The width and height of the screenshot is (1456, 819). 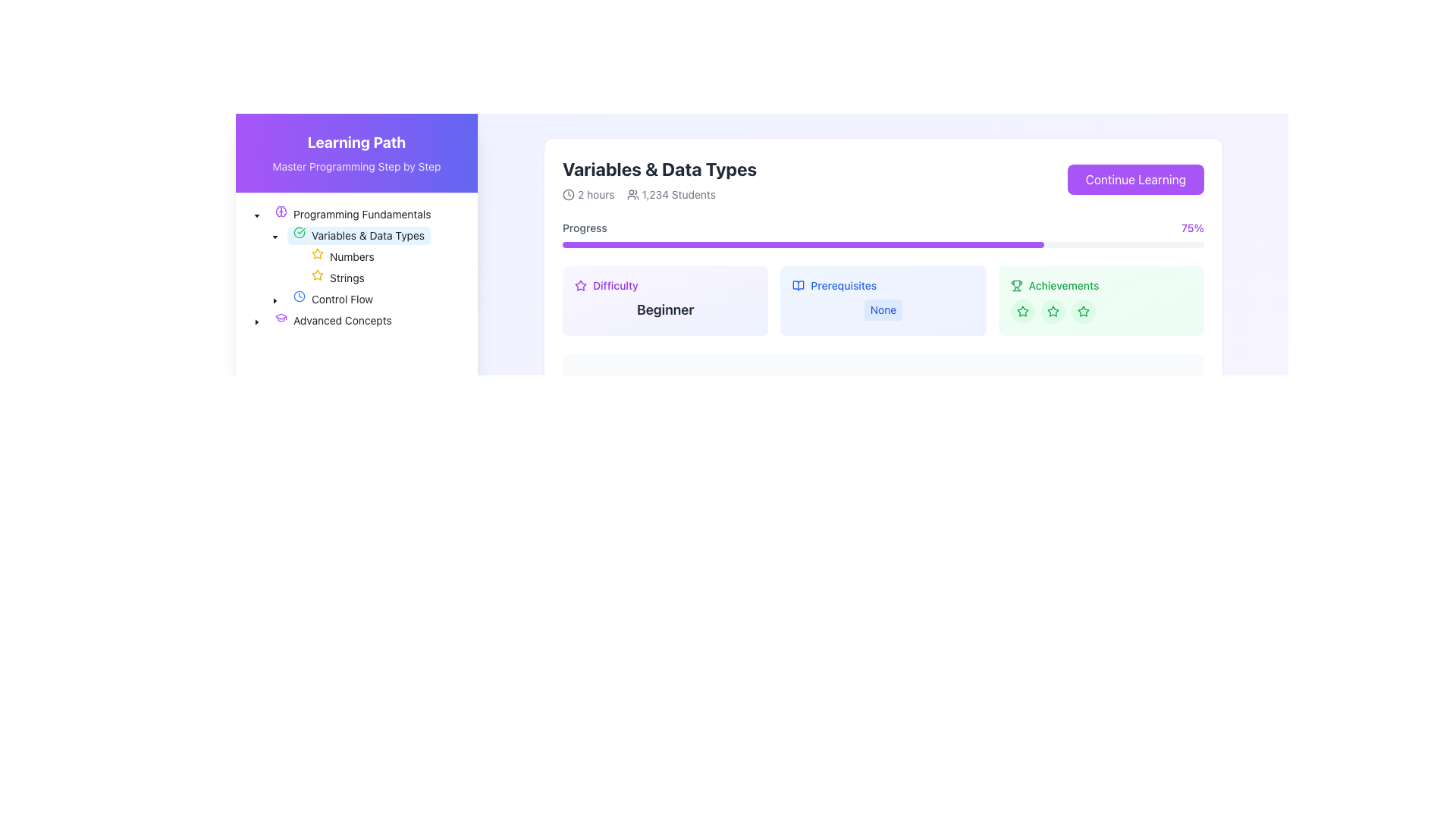 What do you see at coordinates (316, 275) in the screenshot?
I see `the star icon located to the left of the 'Numbers' text in the 'Variables & Data Types' section of the 'Programming Fundamentals' menu` at bounding box center [316, 275].